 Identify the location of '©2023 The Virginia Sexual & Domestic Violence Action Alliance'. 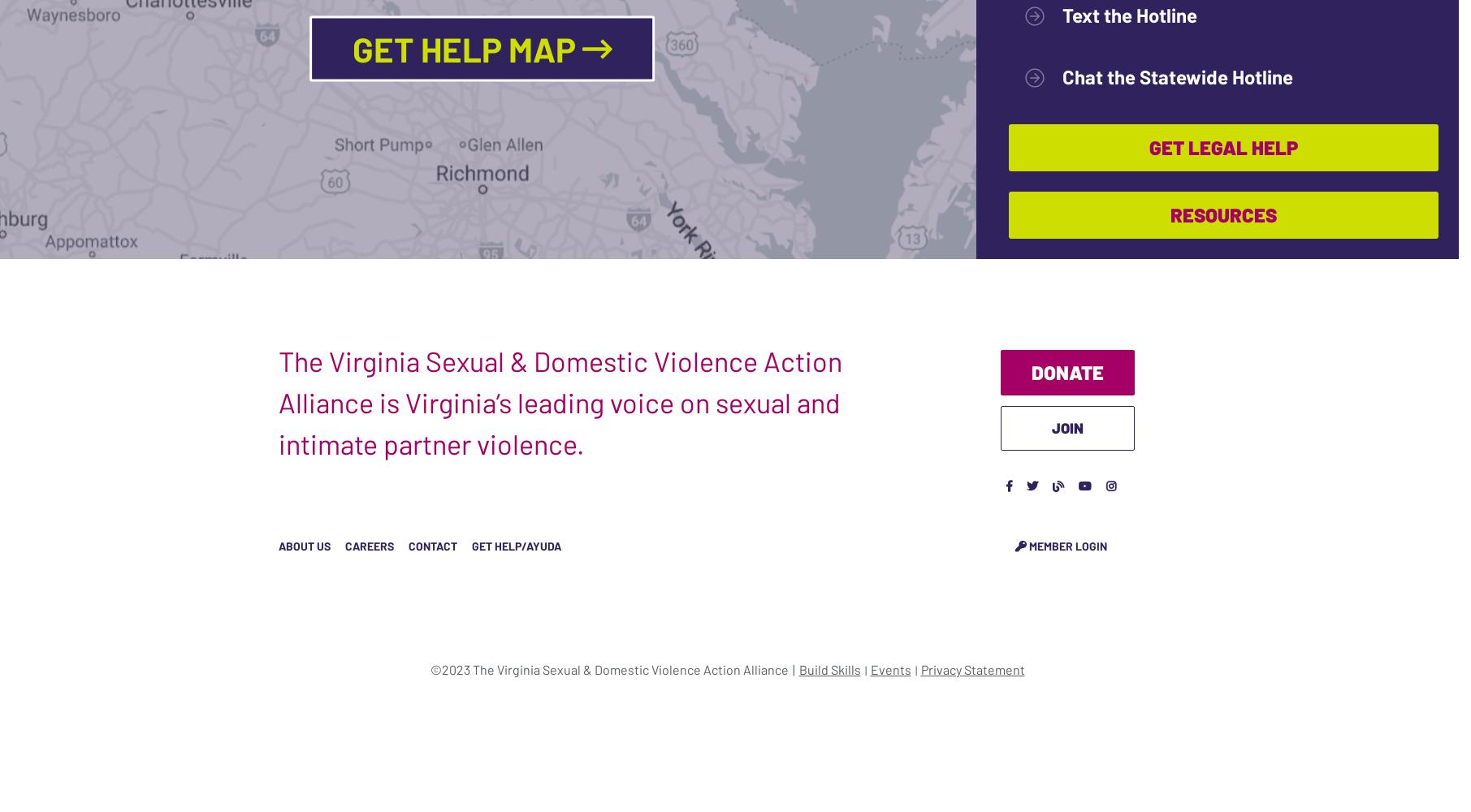
(428, 667).